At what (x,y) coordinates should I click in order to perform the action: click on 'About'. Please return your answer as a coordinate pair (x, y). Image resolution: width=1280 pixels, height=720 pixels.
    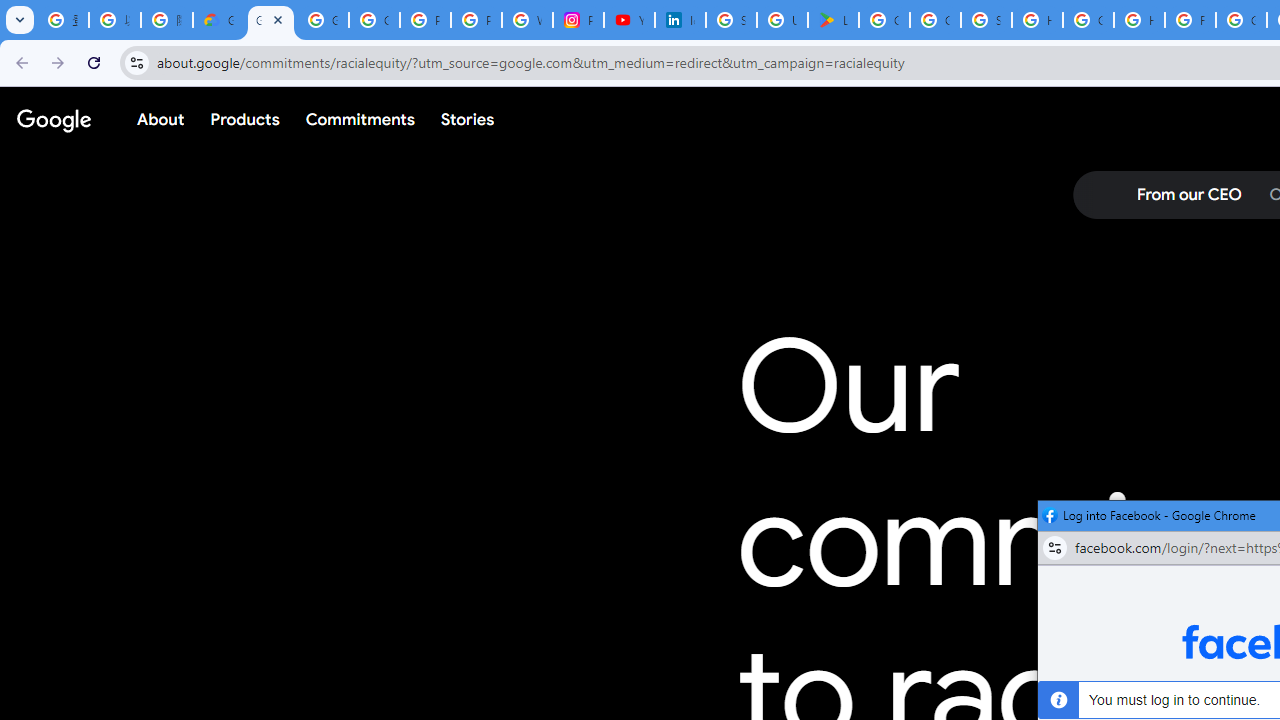
    Looking at the image, I should click on (161, 119).